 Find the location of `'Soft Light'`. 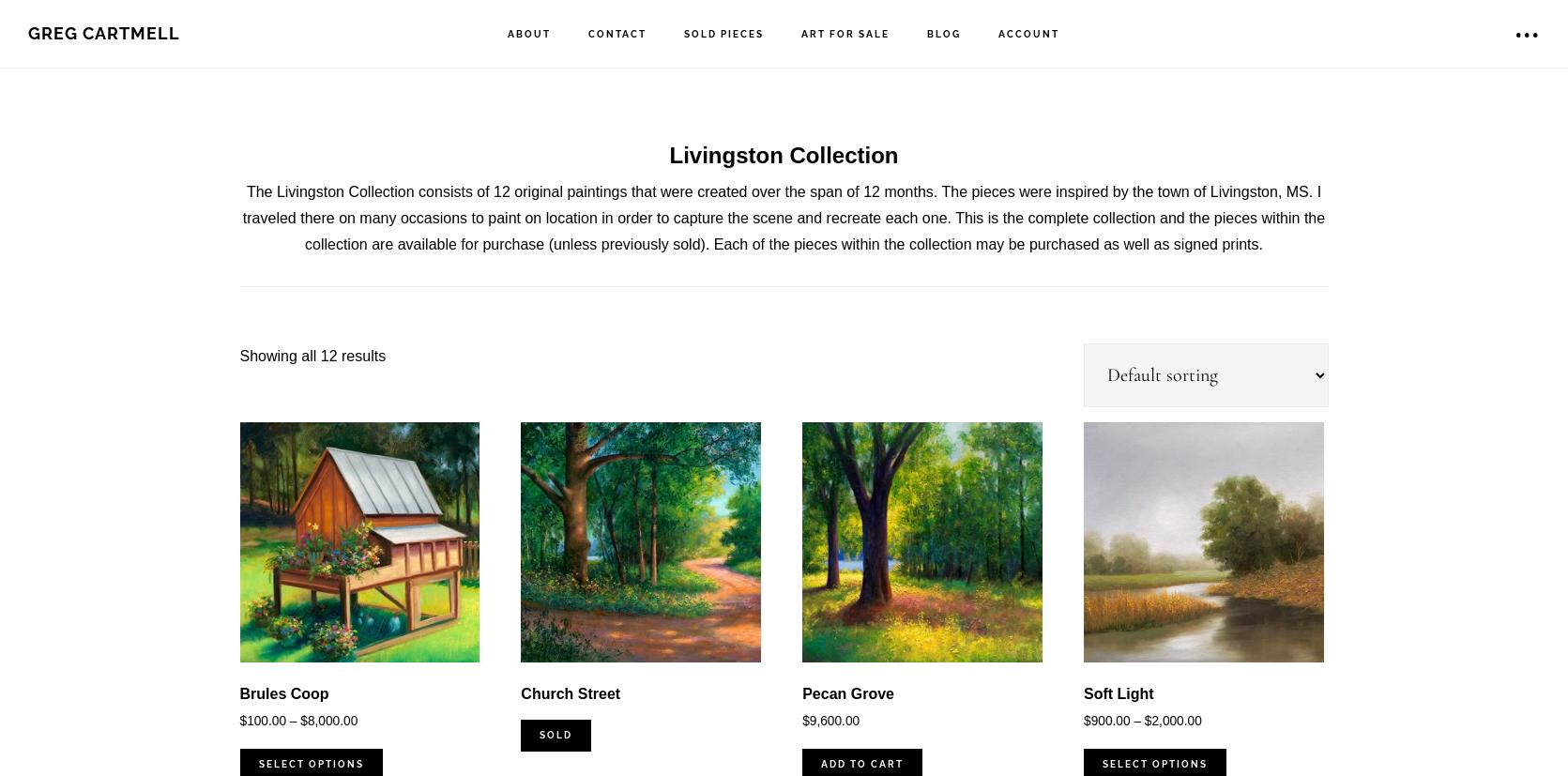

'Soft Light' is located at coordinates (1118, 692).